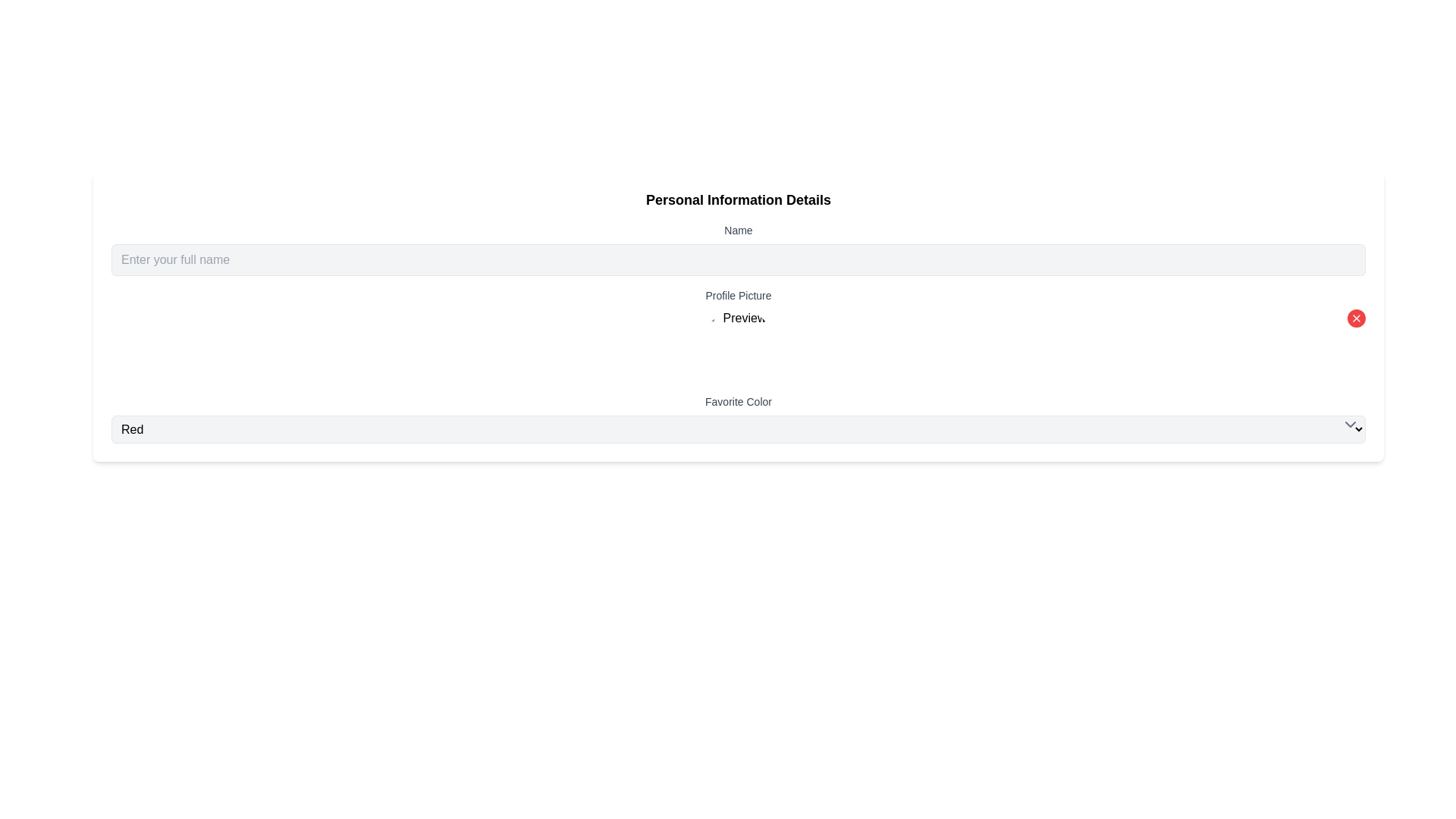  Describe the element at coordinates (739, 295) in the screenshot. I see `the label indicating the user's profile picture, which is centrally aligned above the image preview section and below the 'Name' input field` at that location.